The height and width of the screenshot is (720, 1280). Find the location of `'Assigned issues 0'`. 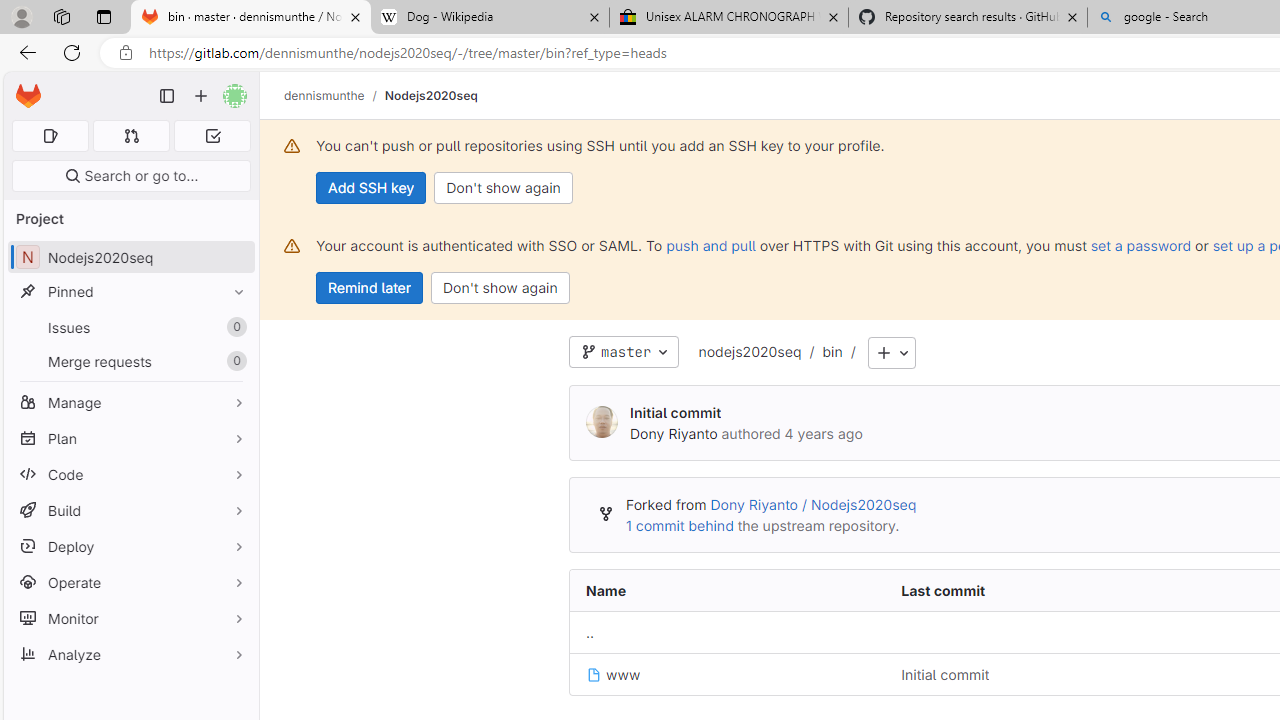

'Assigned issues 0' is located at coordinates (50, 135).